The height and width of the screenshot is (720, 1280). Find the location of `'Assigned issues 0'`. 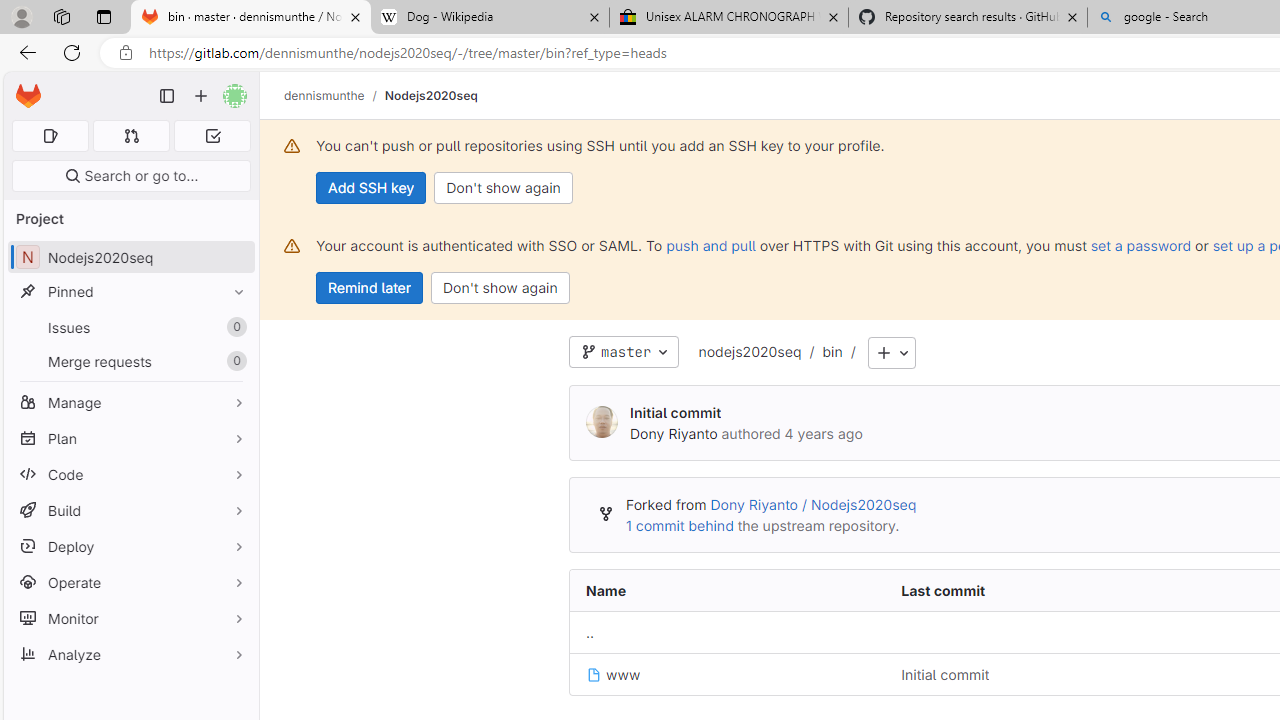

'Assigned issues 0' is located at coordinates (50, 135).